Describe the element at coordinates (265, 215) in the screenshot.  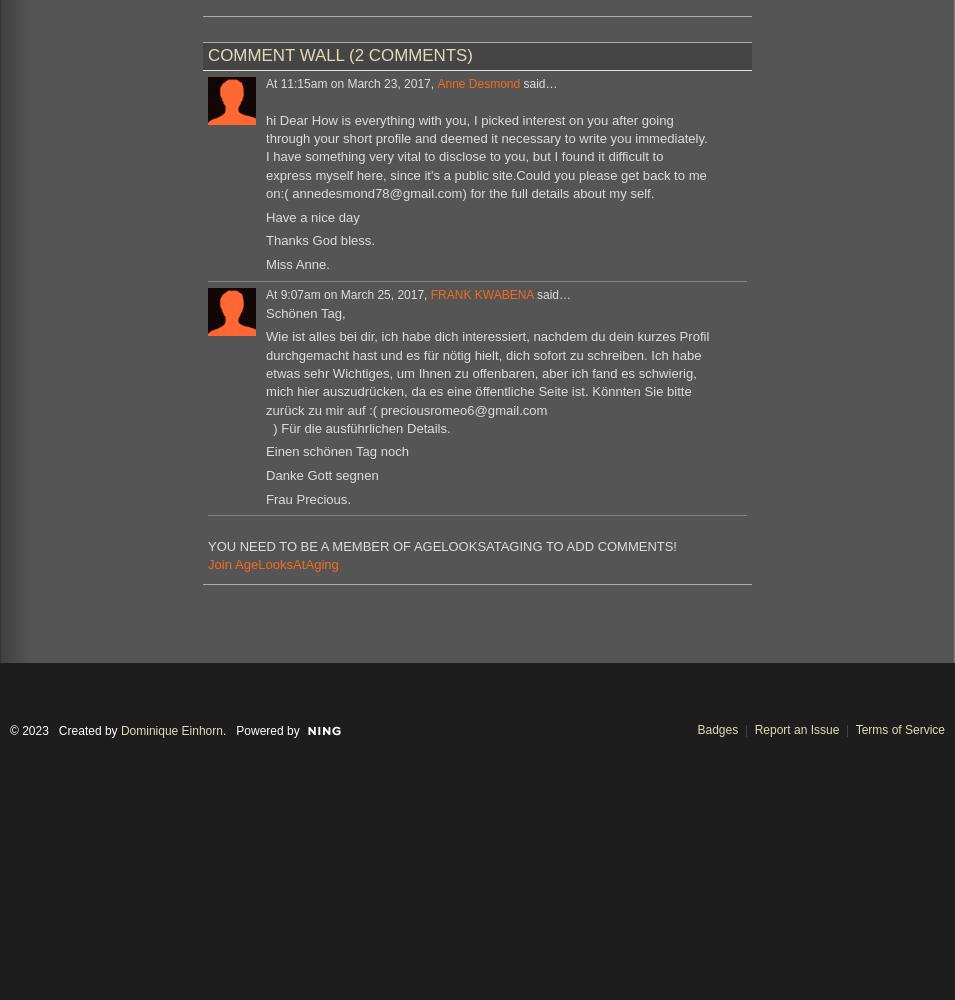
I see `'Have a nice day'` at that location.